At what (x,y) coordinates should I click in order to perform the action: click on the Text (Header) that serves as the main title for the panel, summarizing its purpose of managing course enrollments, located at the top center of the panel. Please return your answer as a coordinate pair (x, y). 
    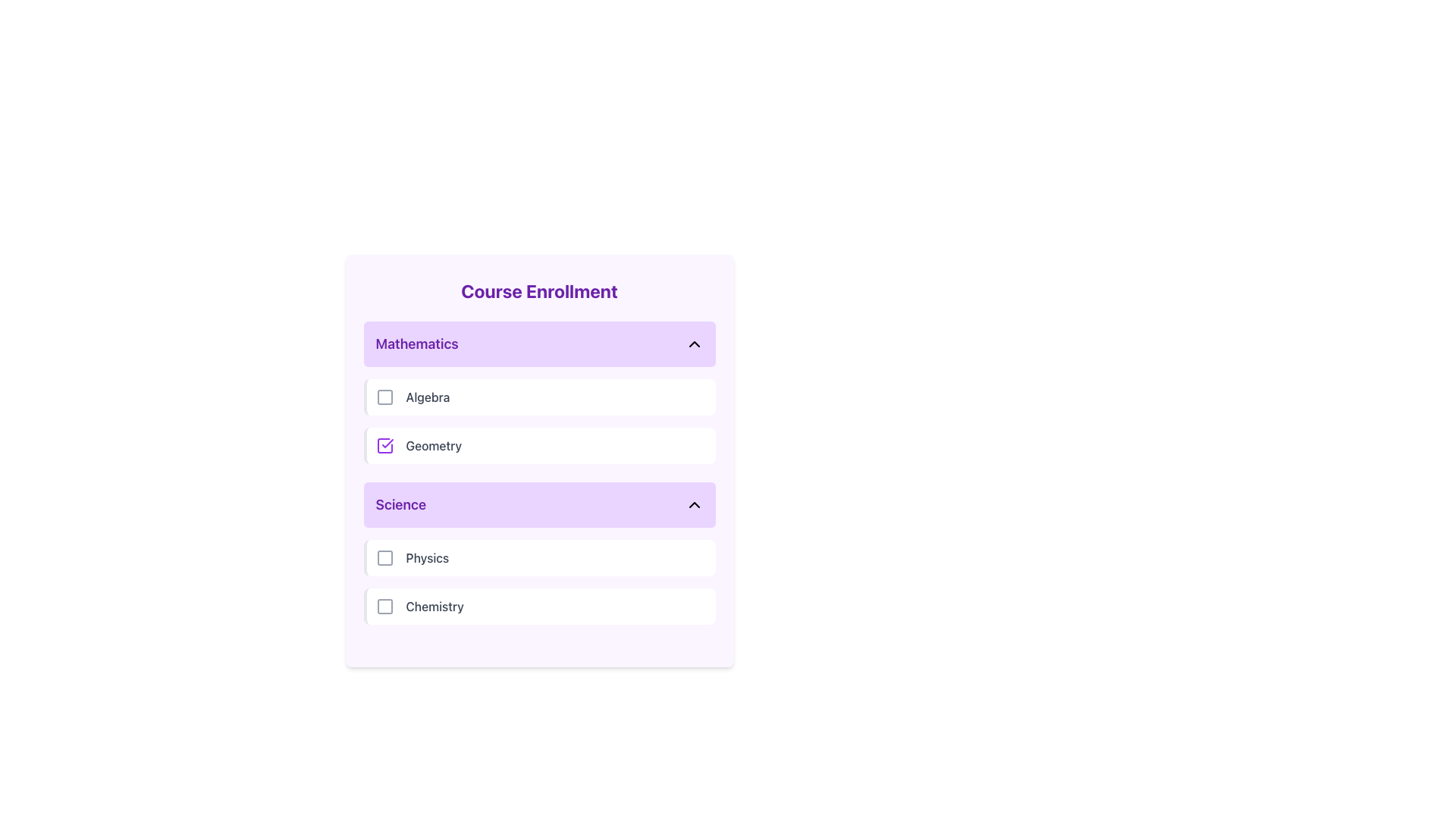
    Looking at the image, I should click on (539, 291).